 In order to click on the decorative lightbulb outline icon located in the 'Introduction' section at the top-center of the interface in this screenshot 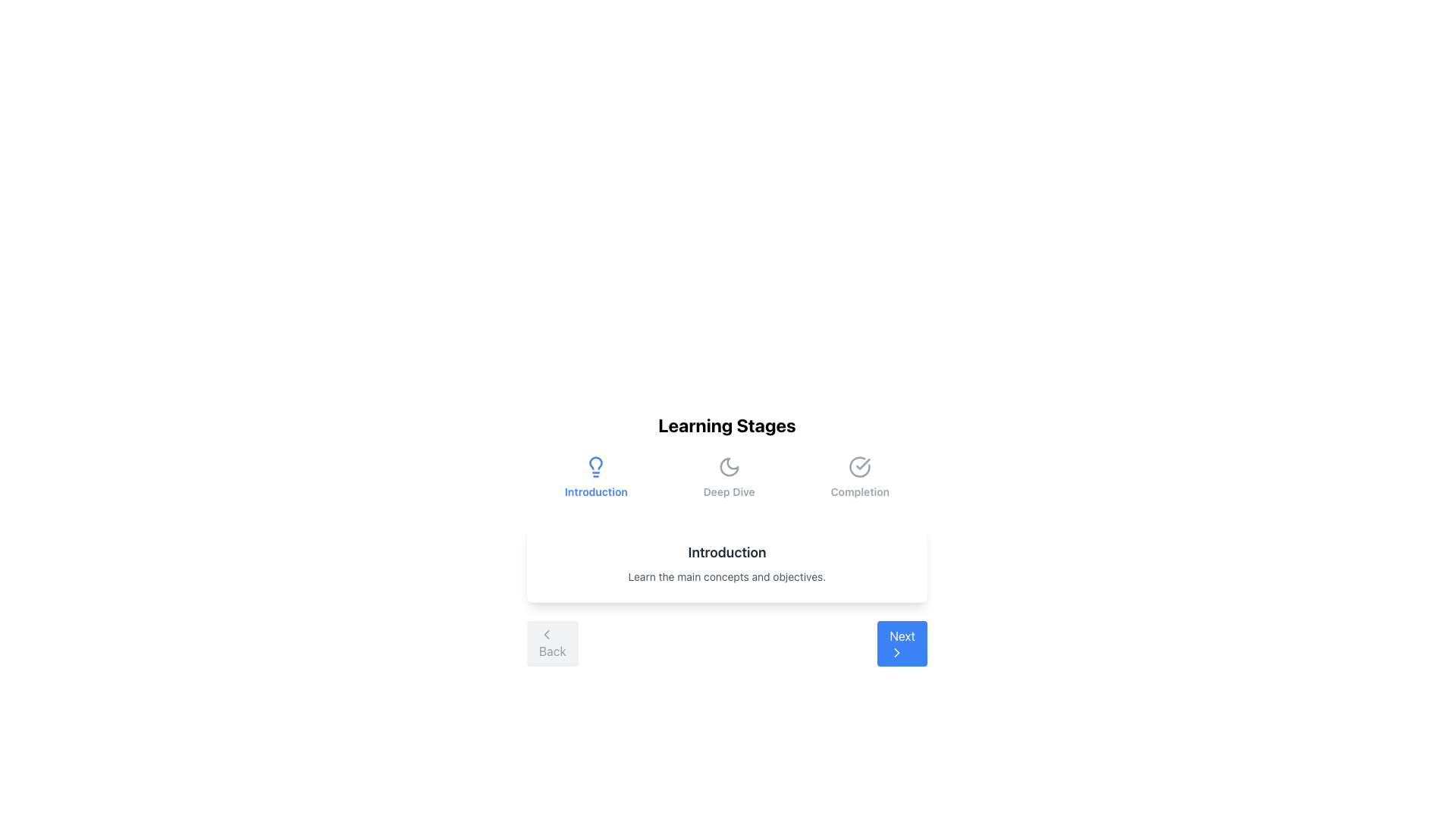, I will do `click(595, 462)`.